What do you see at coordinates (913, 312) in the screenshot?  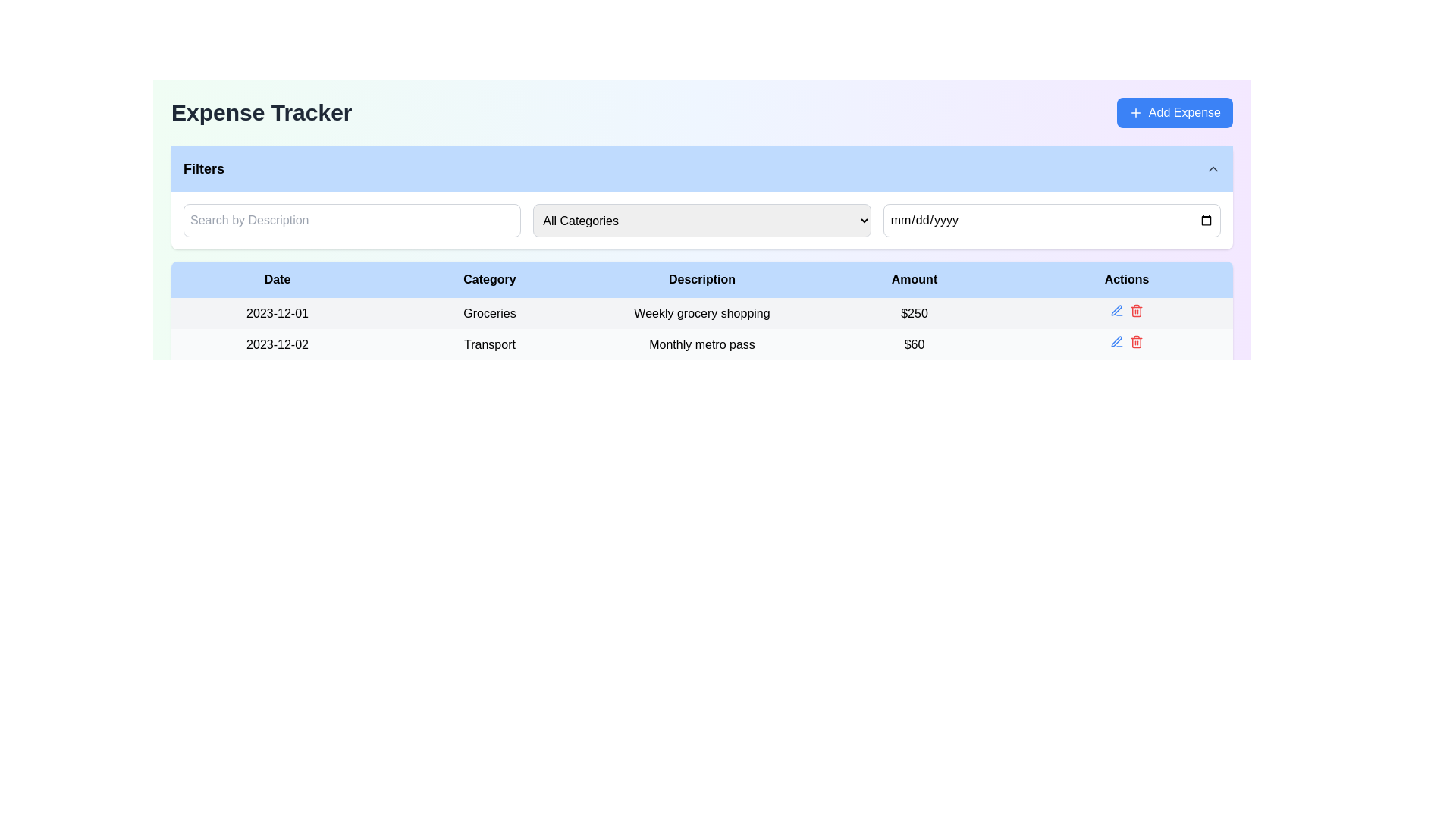 I see `text displayed as '$250' in black font within the first row of the table under the 'Amount' column` at bounding box center [913, 312].